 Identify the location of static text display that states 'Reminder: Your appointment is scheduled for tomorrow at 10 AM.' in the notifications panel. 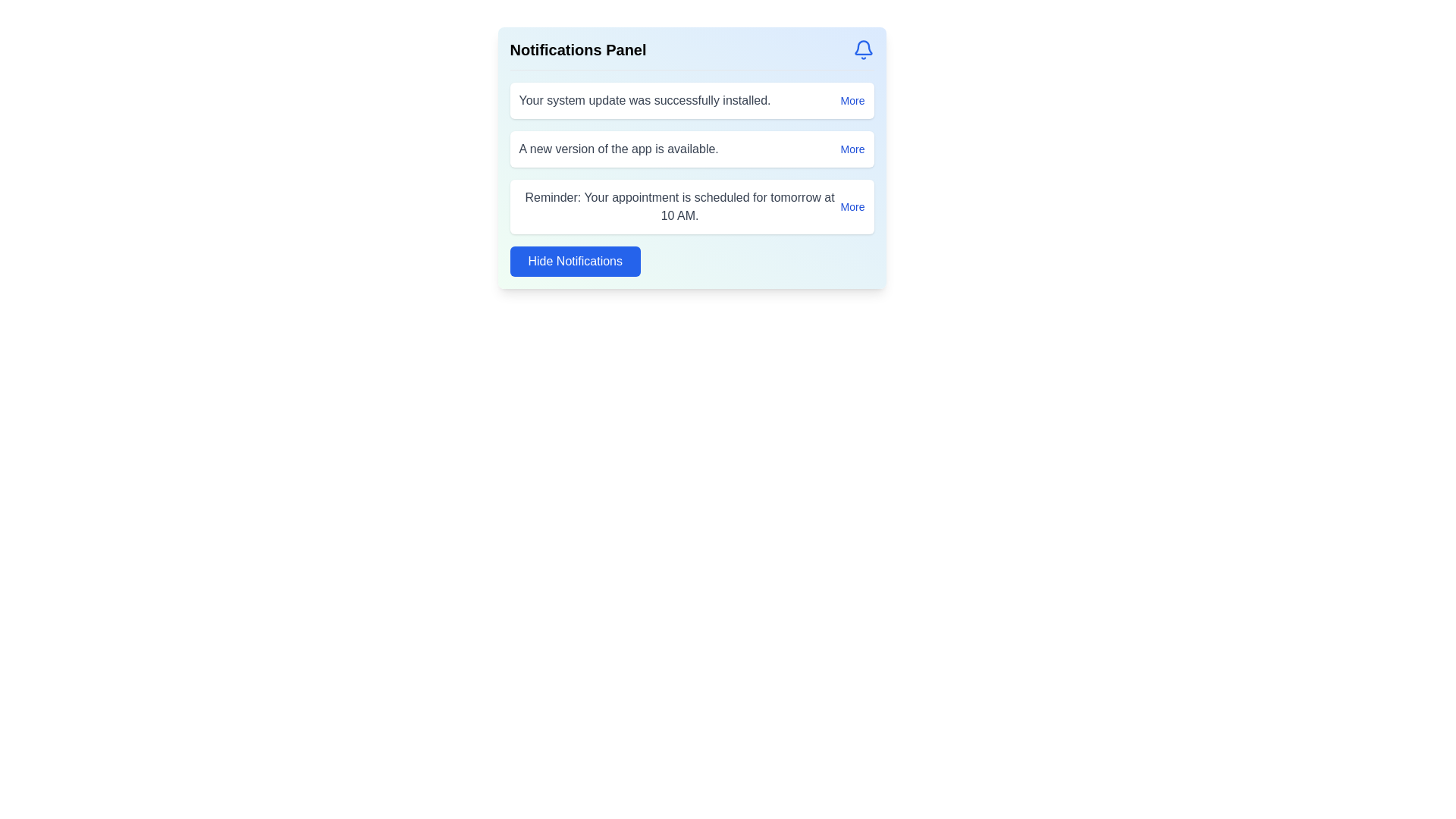
(679, 207).